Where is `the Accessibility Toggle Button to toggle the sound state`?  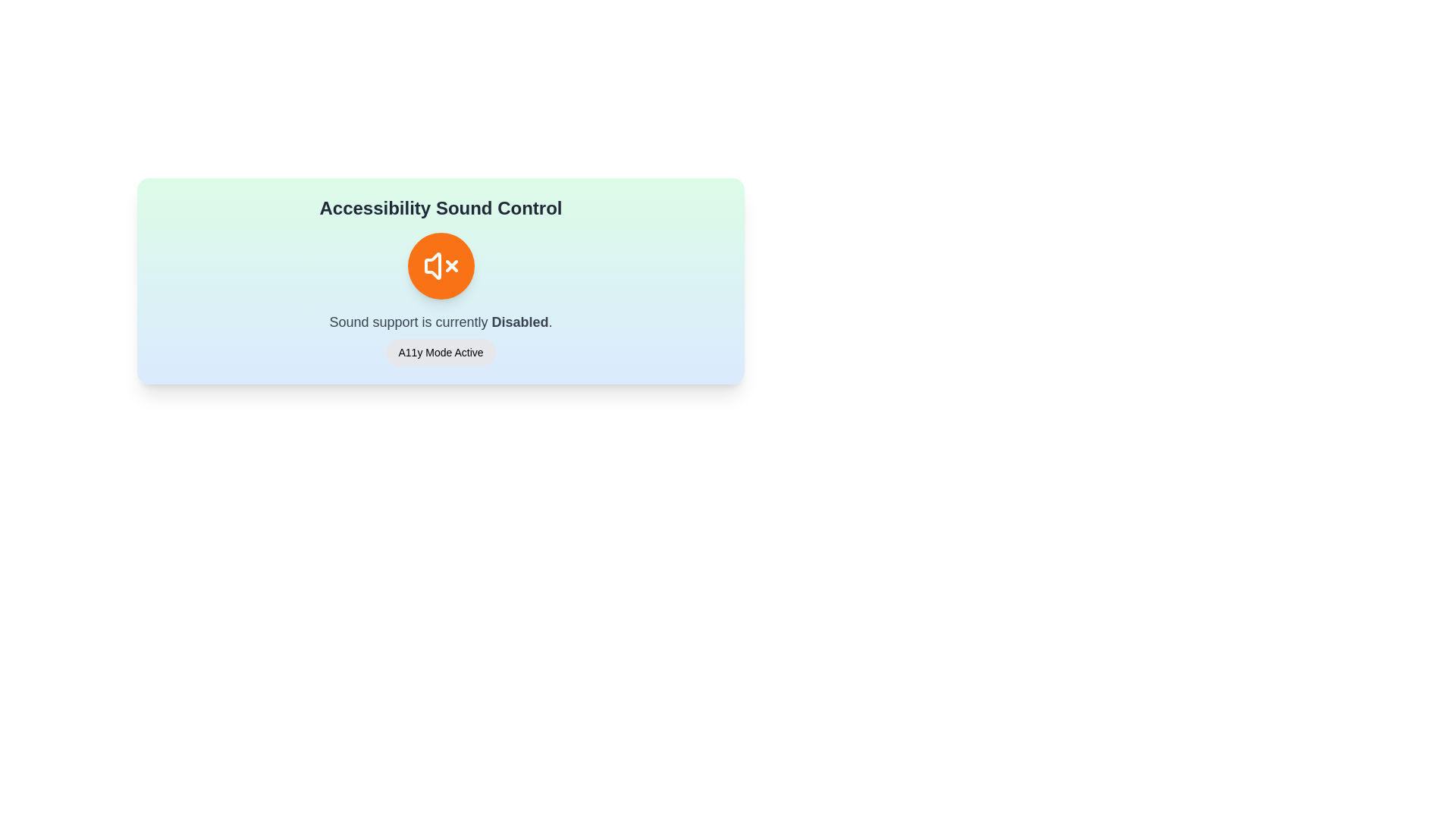
the Accessibility Toggle Button to toggle the sound state is located at coordinates (440, 265).